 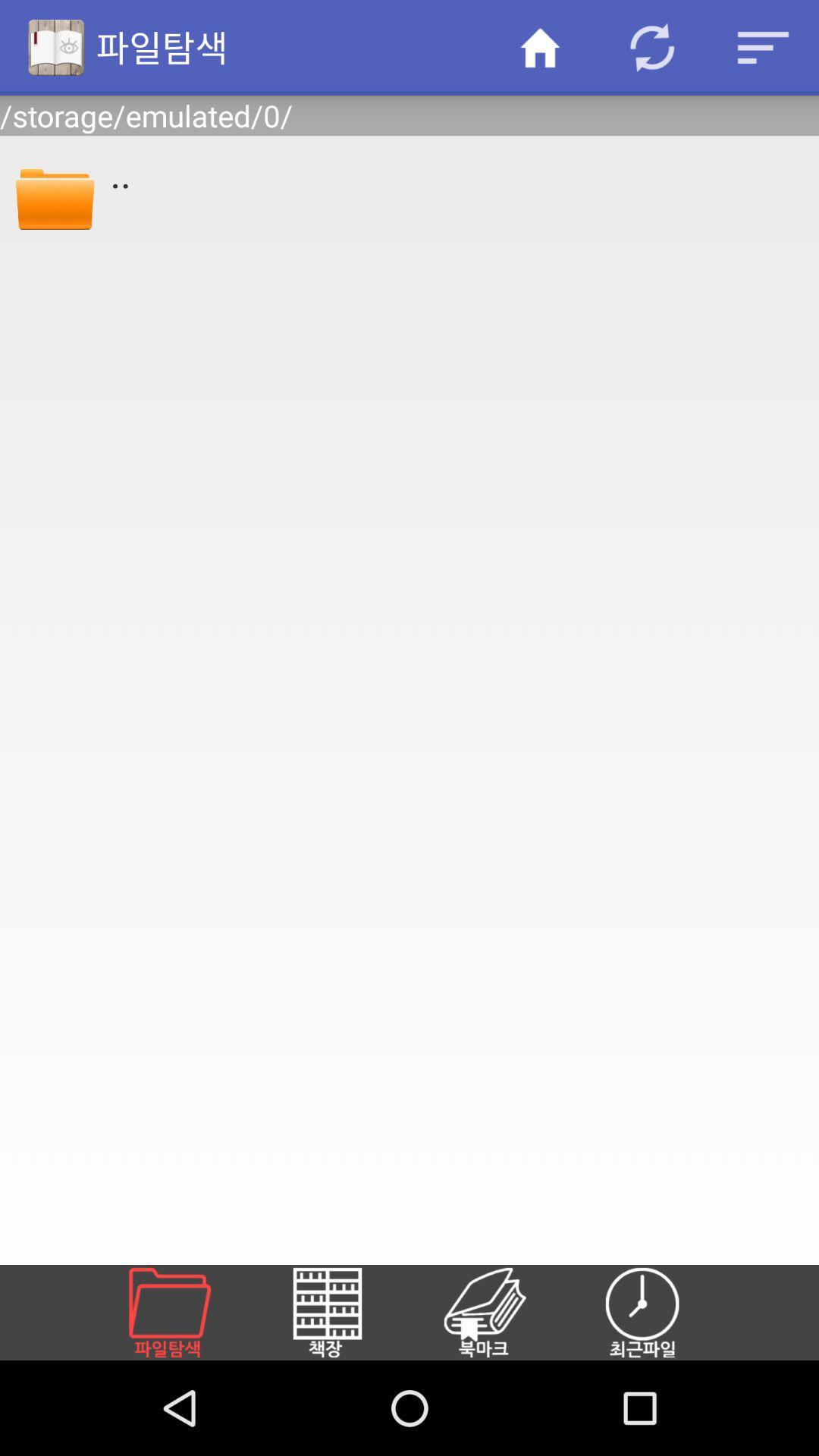 I want to click on files, so click(x=187, y=1312).